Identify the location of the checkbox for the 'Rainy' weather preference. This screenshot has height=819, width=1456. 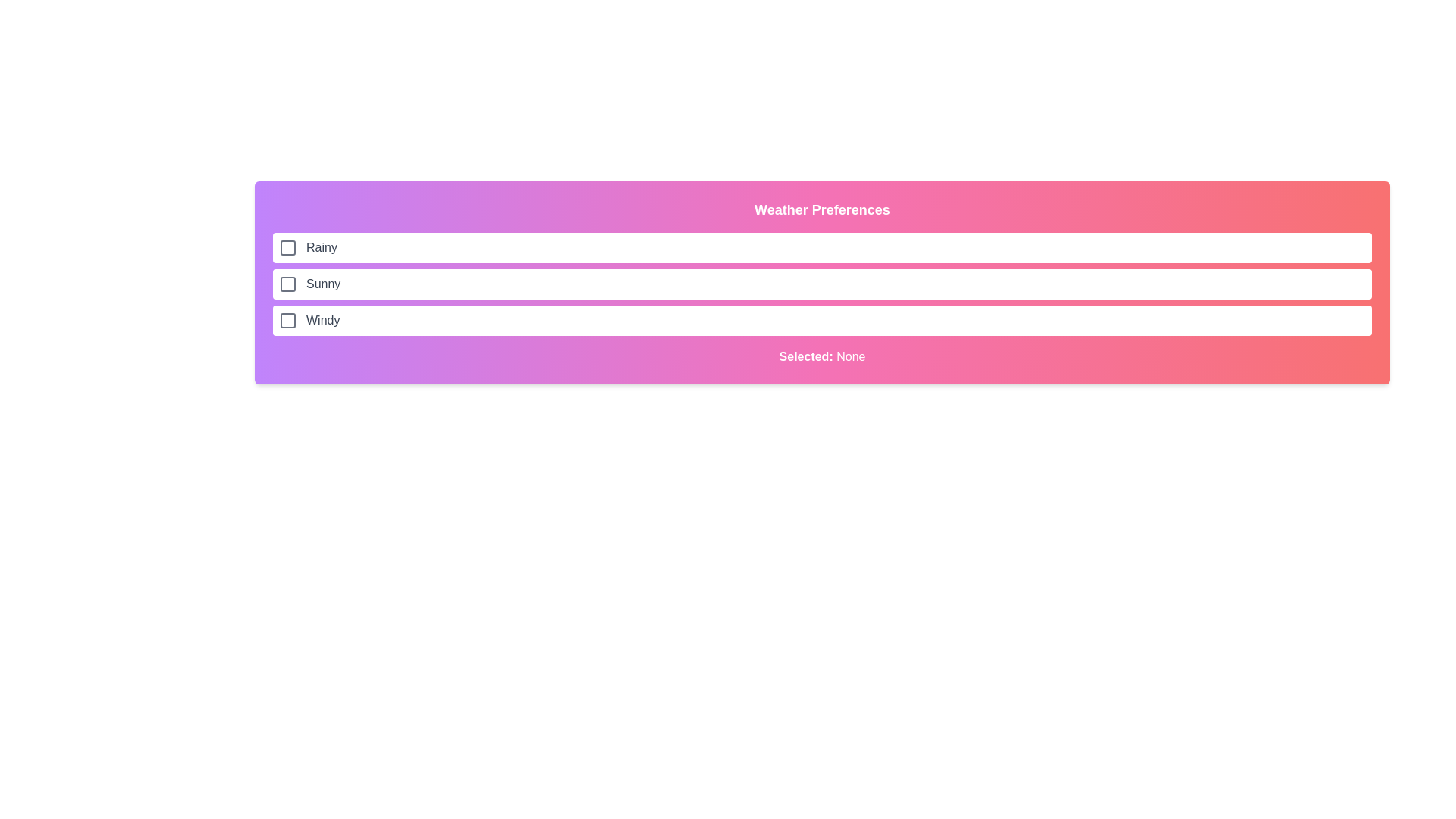
(287, 247).